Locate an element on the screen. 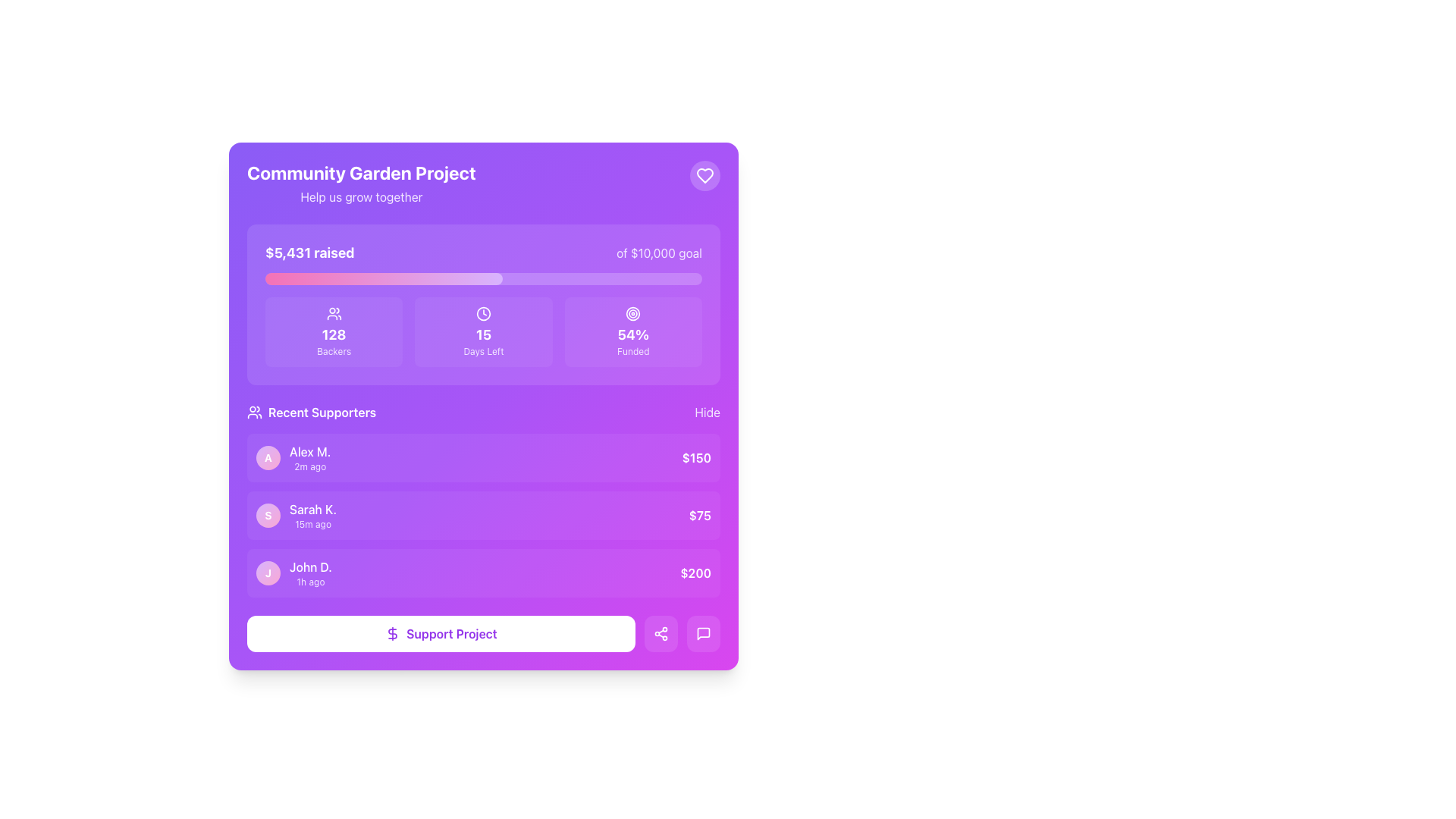 The height and width of the screenshot is (819, 1456). the Text label that serves as a title for the 'Recent Supporters' section in the 'Community Garden Project' interface is located at coordinates (311, 412).